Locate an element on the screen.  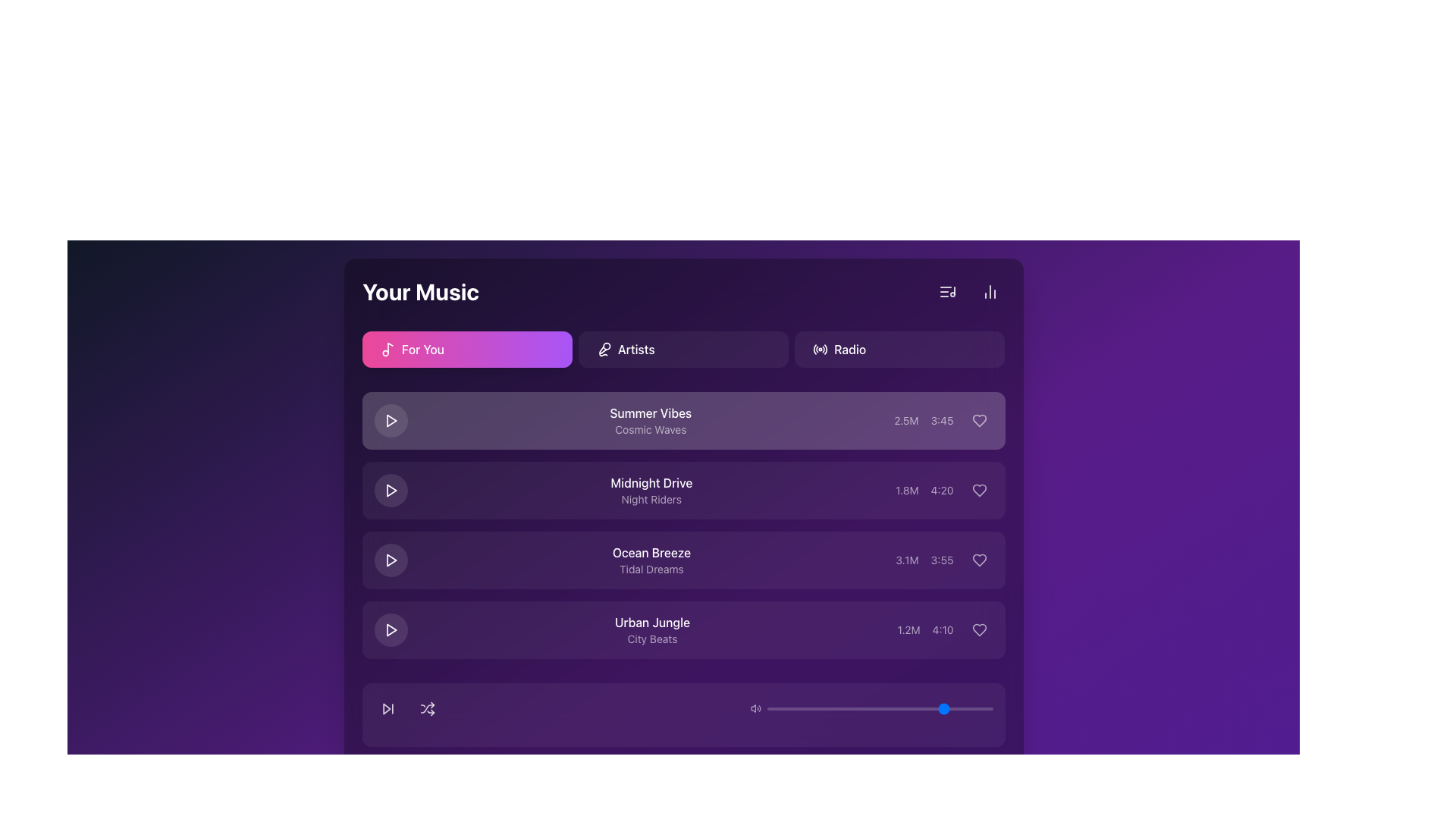
the circular shuffle button located near the bottom of the interface is located at coordinates (426, 708).